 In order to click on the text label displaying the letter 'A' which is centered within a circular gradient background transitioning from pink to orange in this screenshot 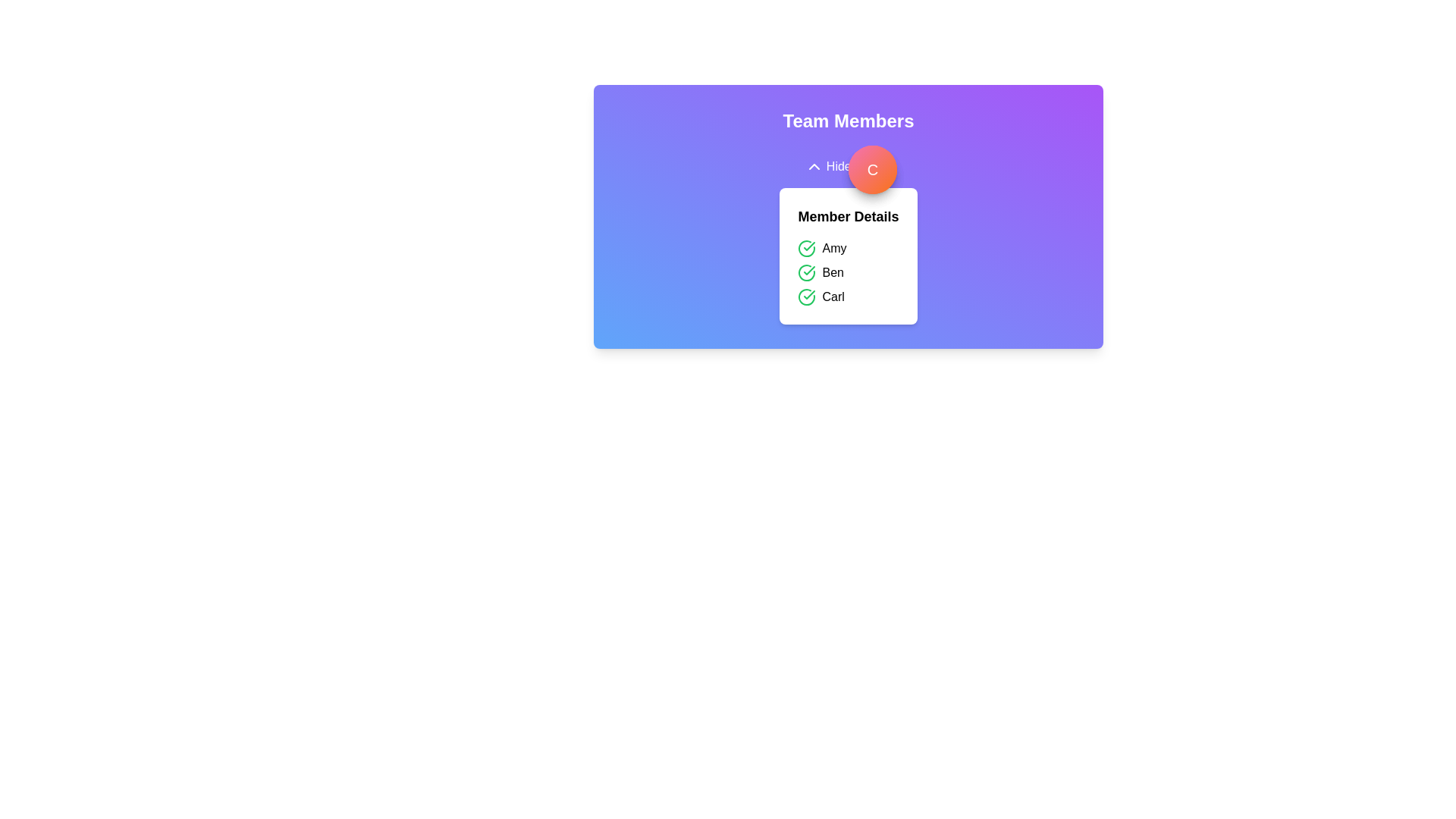, I will do `click(873, 169)`.